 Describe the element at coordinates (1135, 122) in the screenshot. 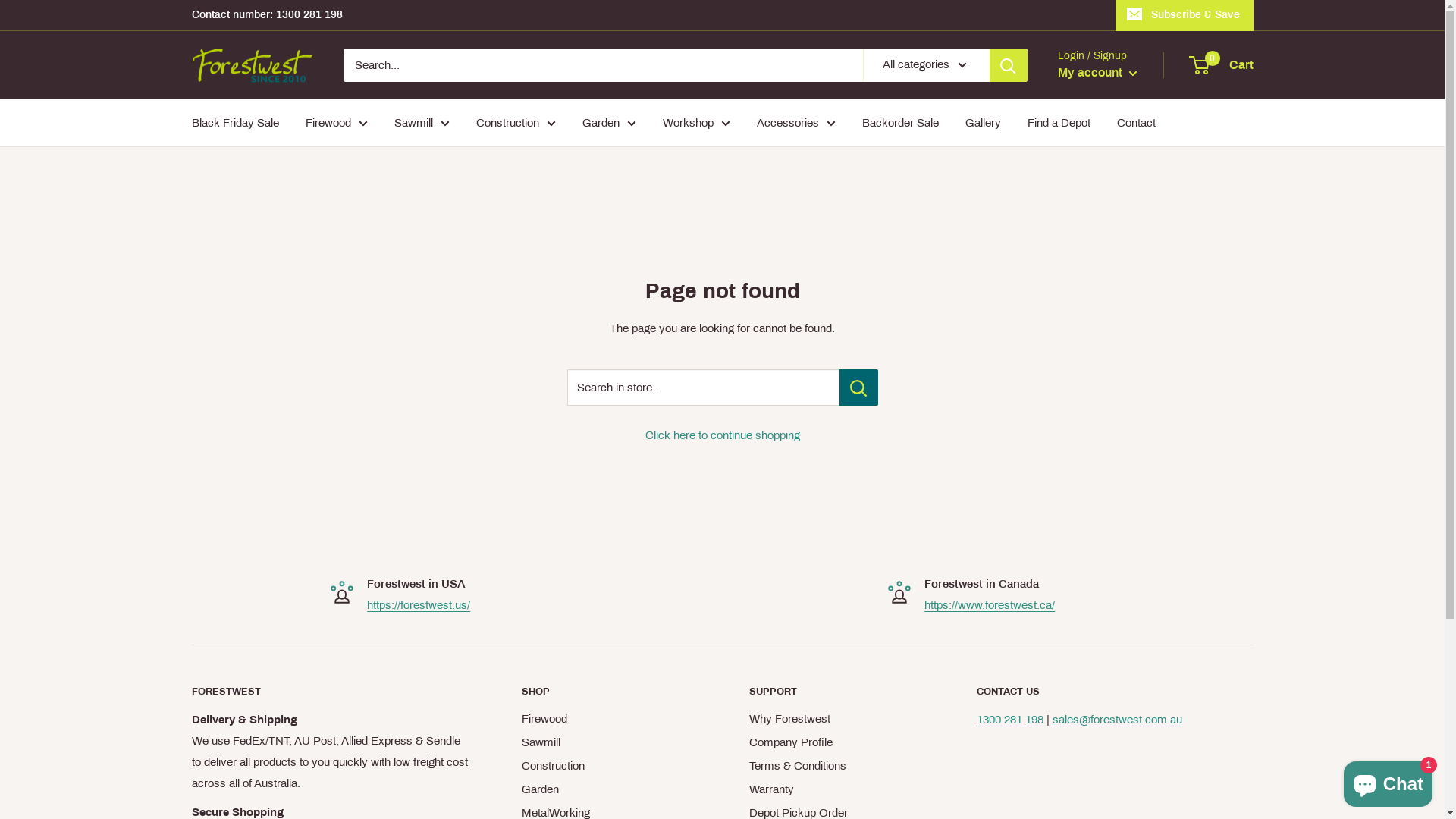

I see `'Contact'` at that location.